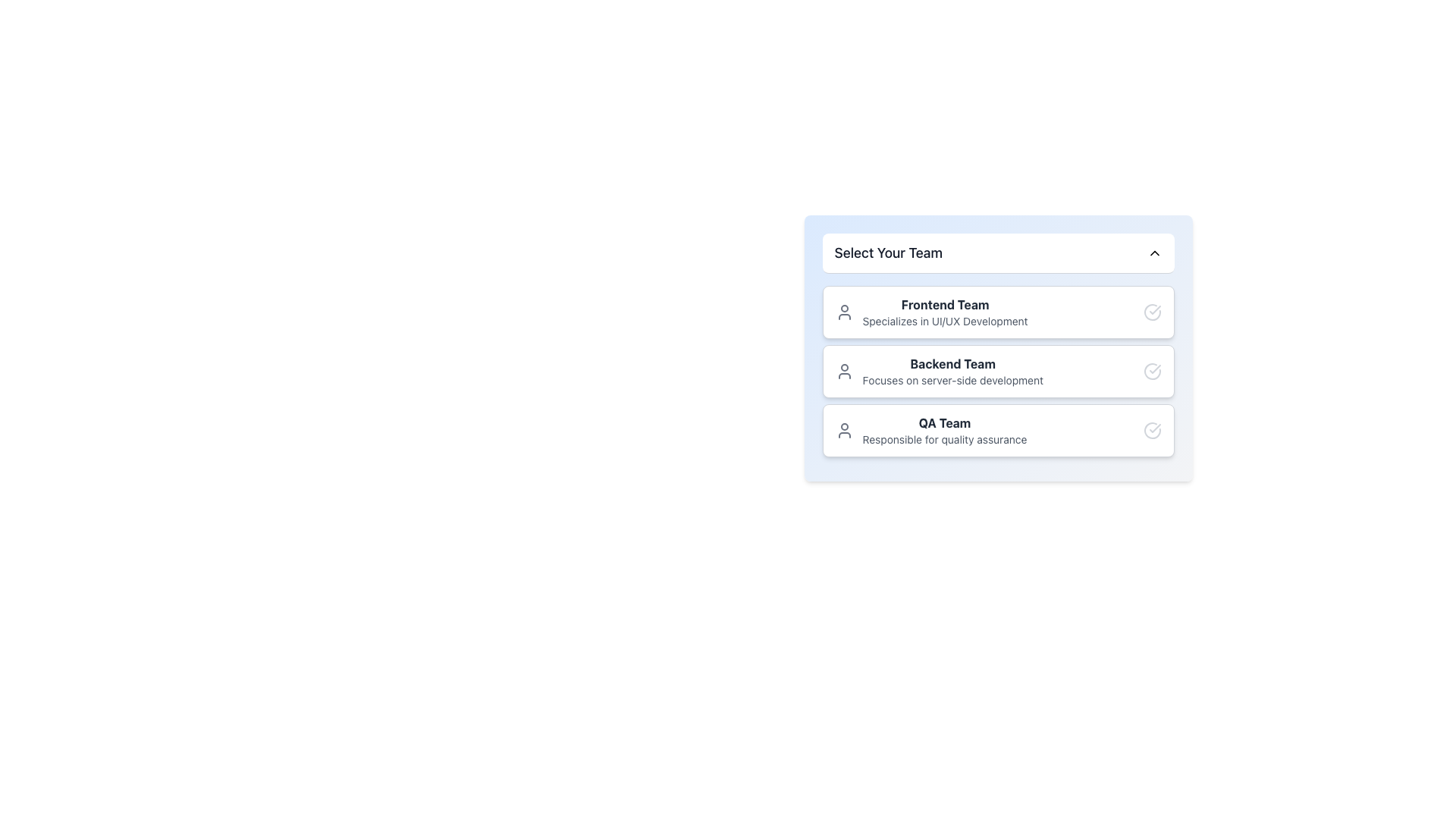  Describe the element at coordinates (944, 304) in the screenshot. I see `the 'Frontend Team' text label to focus on the team details` at that location.